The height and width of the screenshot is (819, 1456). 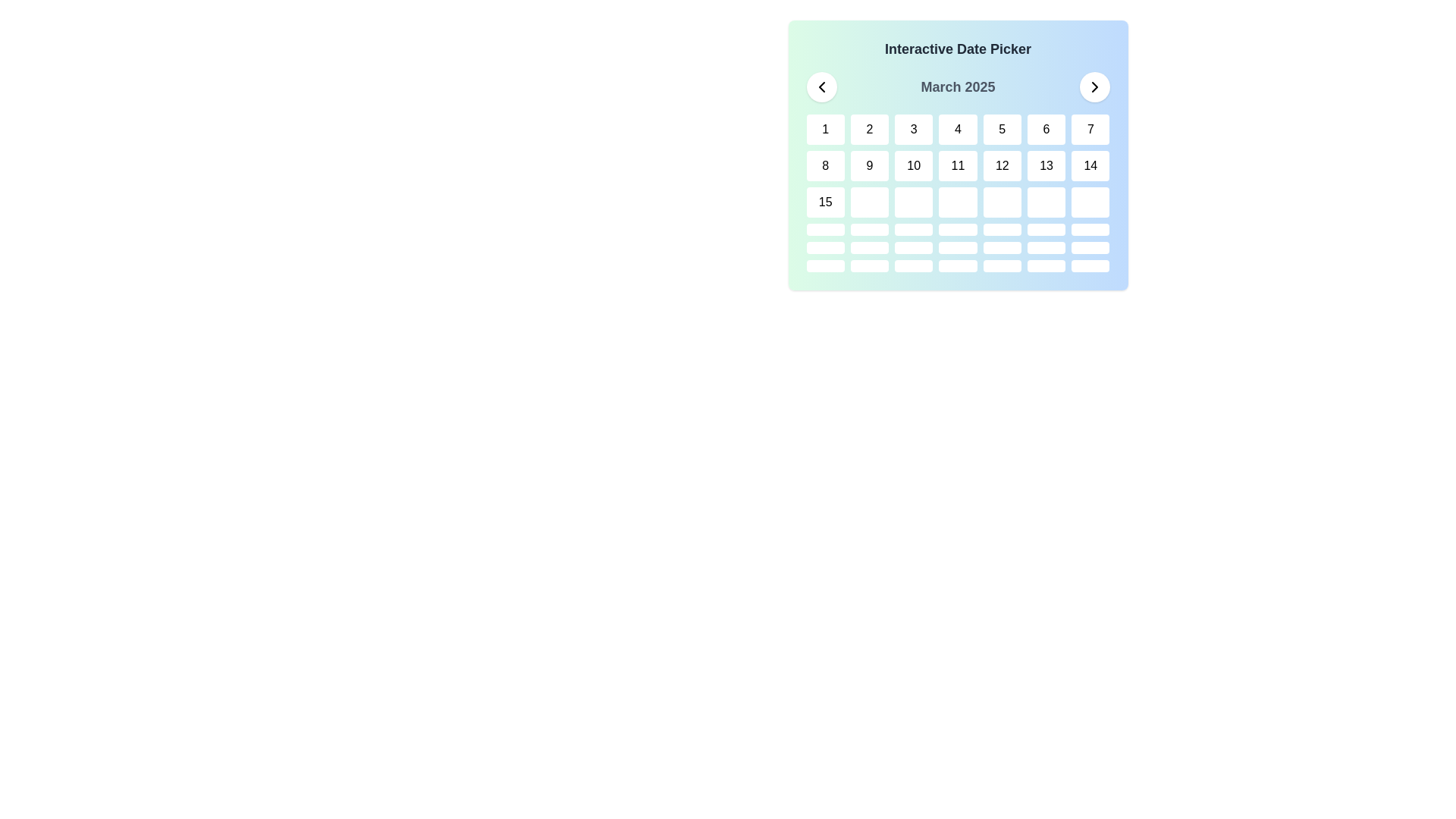 What do you see at coordinates (913, 128) in the screenshot?
I see `the numbered button labeled '3' in the calendar grid for March 2025` at bounding box center [913, 128].